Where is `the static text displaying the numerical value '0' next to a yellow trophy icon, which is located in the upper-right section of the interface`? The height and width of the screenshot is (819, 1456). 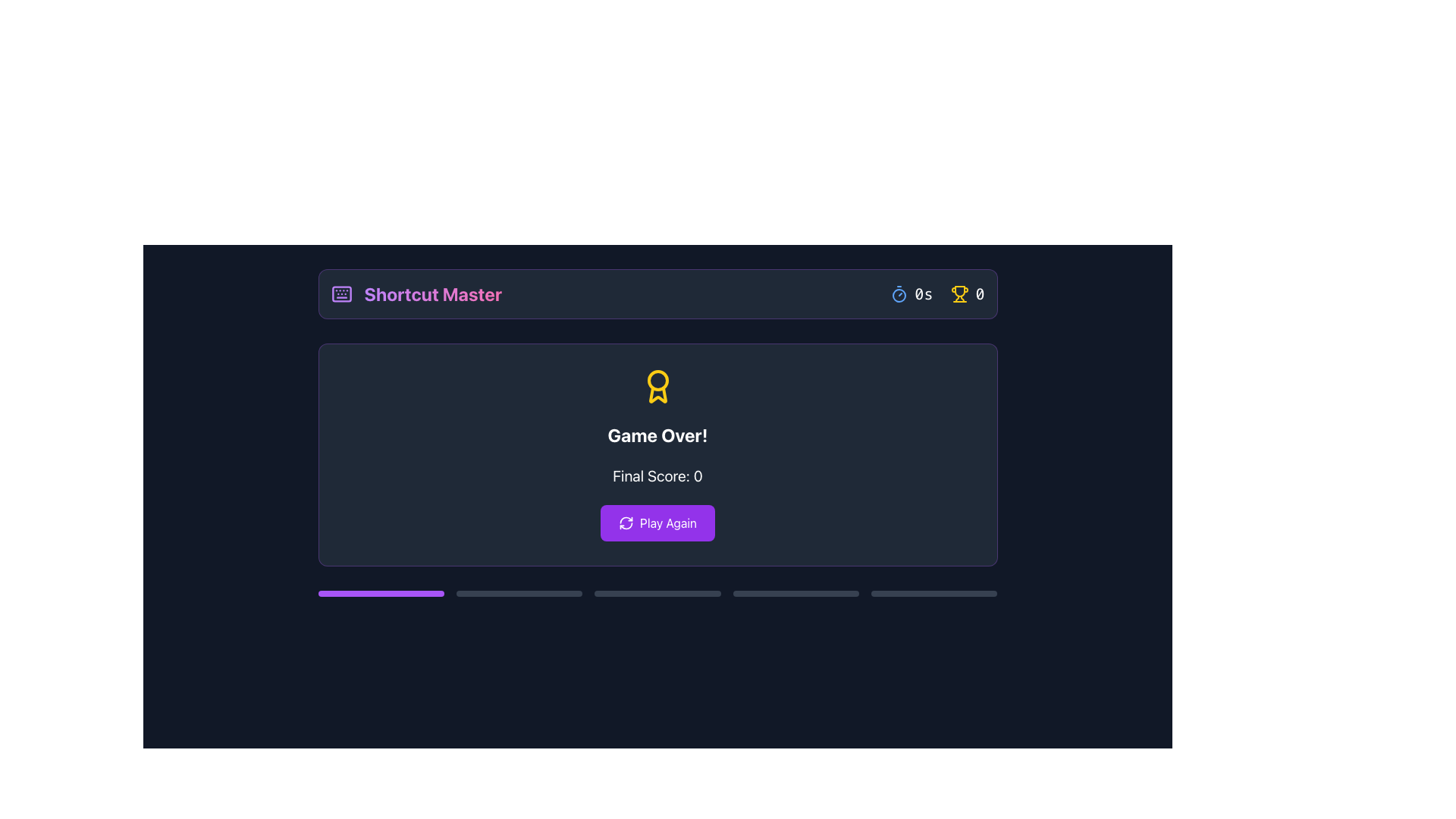 the static text displaying the numerical value '0' next to a yellow trophy icon, which is located in the upper-right section of the interface is located at coordinates (967, 294).